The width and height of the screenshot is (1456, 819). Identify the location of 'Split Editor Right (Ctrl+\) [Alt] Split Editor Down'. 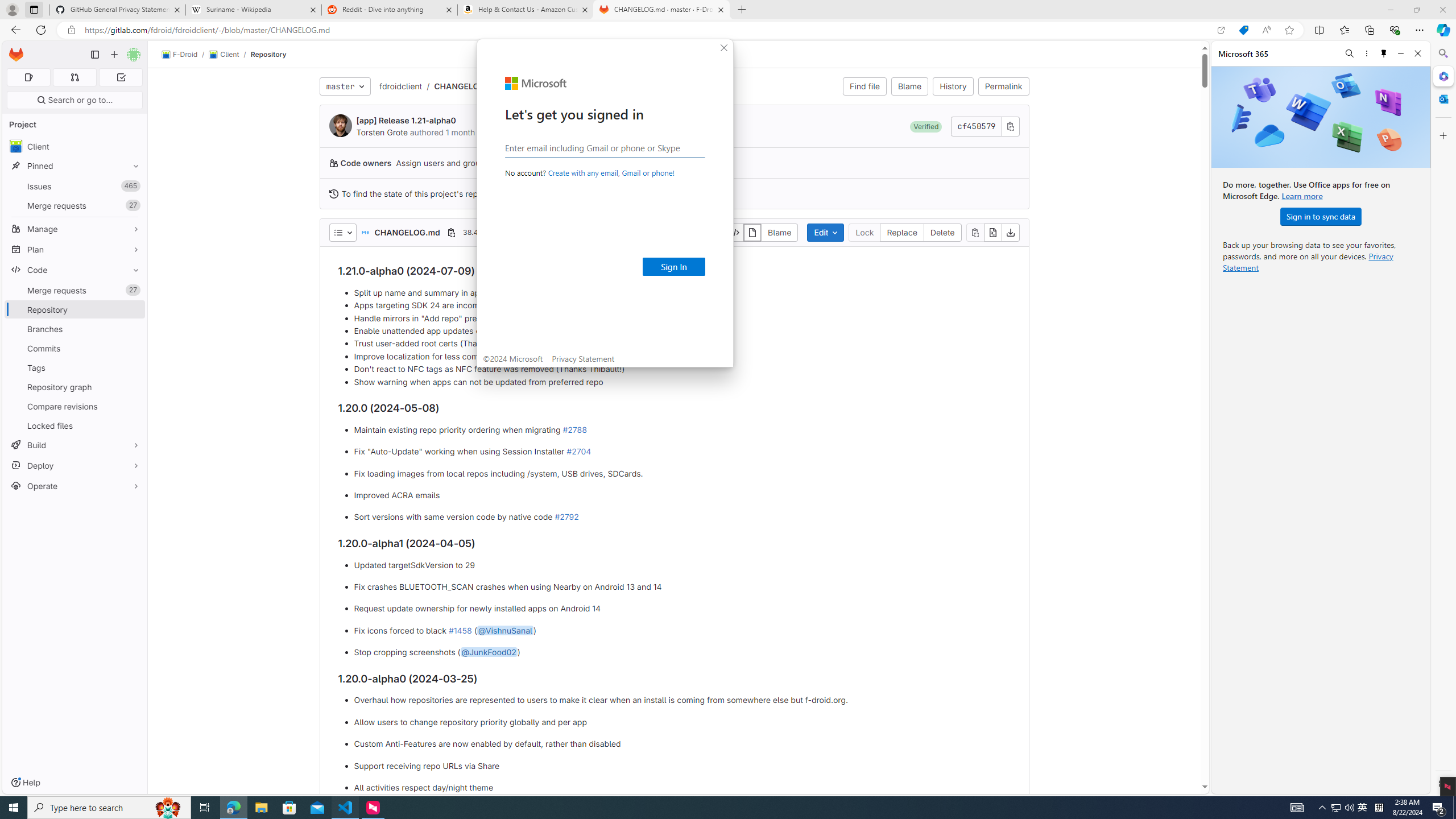
(1428, 28).